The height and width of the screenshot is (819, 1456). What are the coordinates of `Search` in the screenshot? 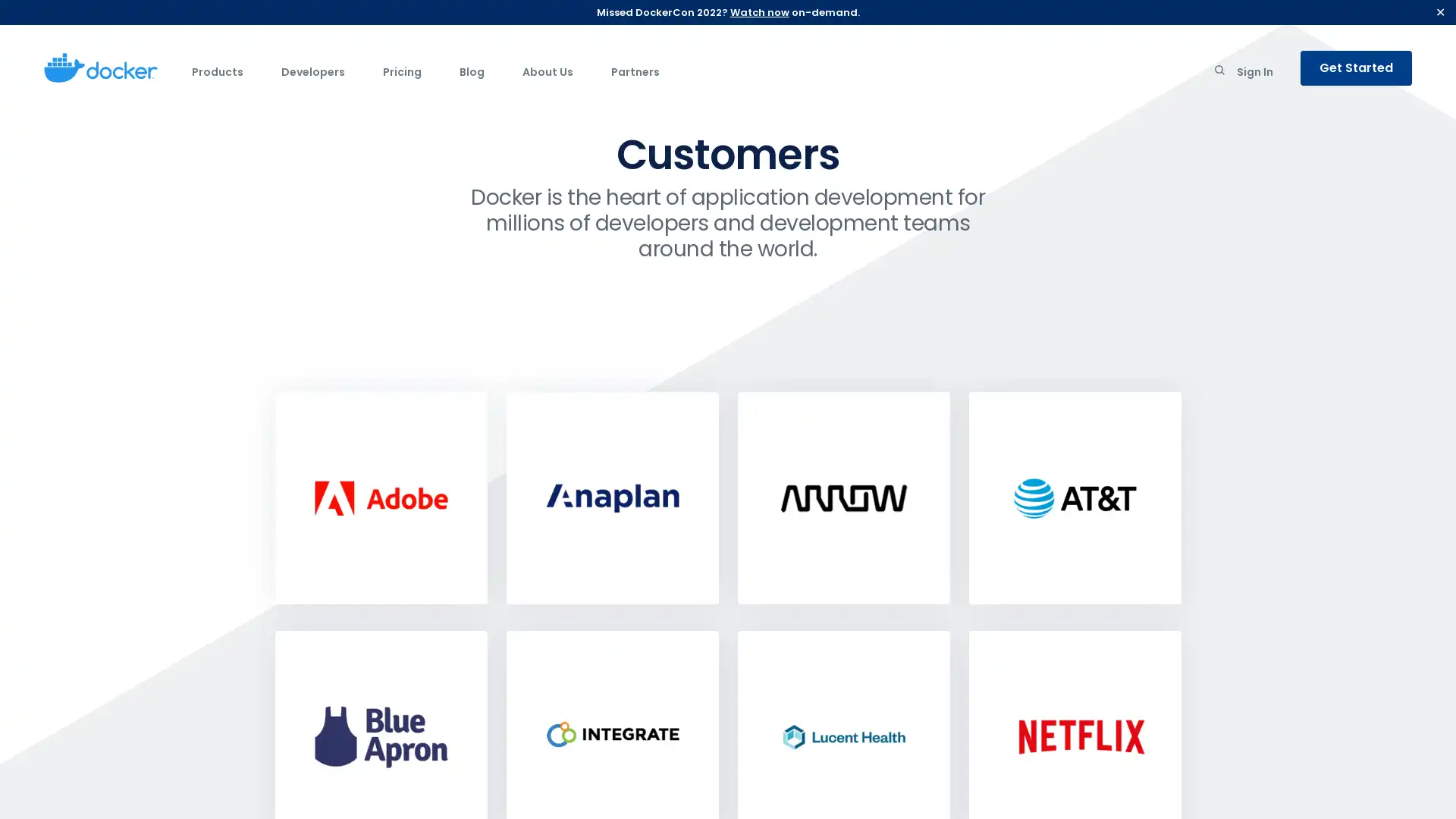 It's located at (1219, 73).